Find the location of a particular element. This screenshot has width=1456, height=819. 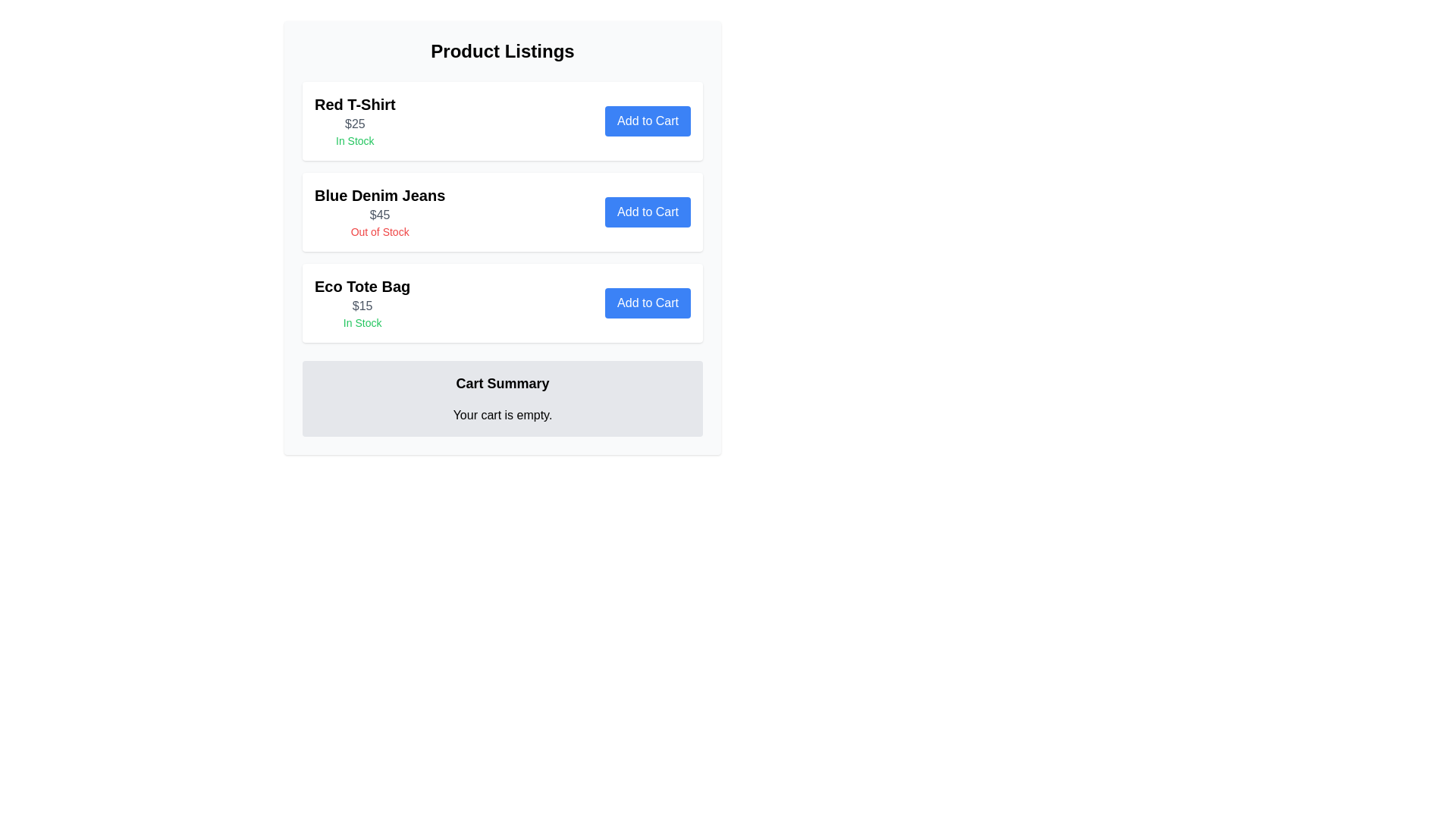

the 'Add to Cart' button is located at coordinates (648, 120).